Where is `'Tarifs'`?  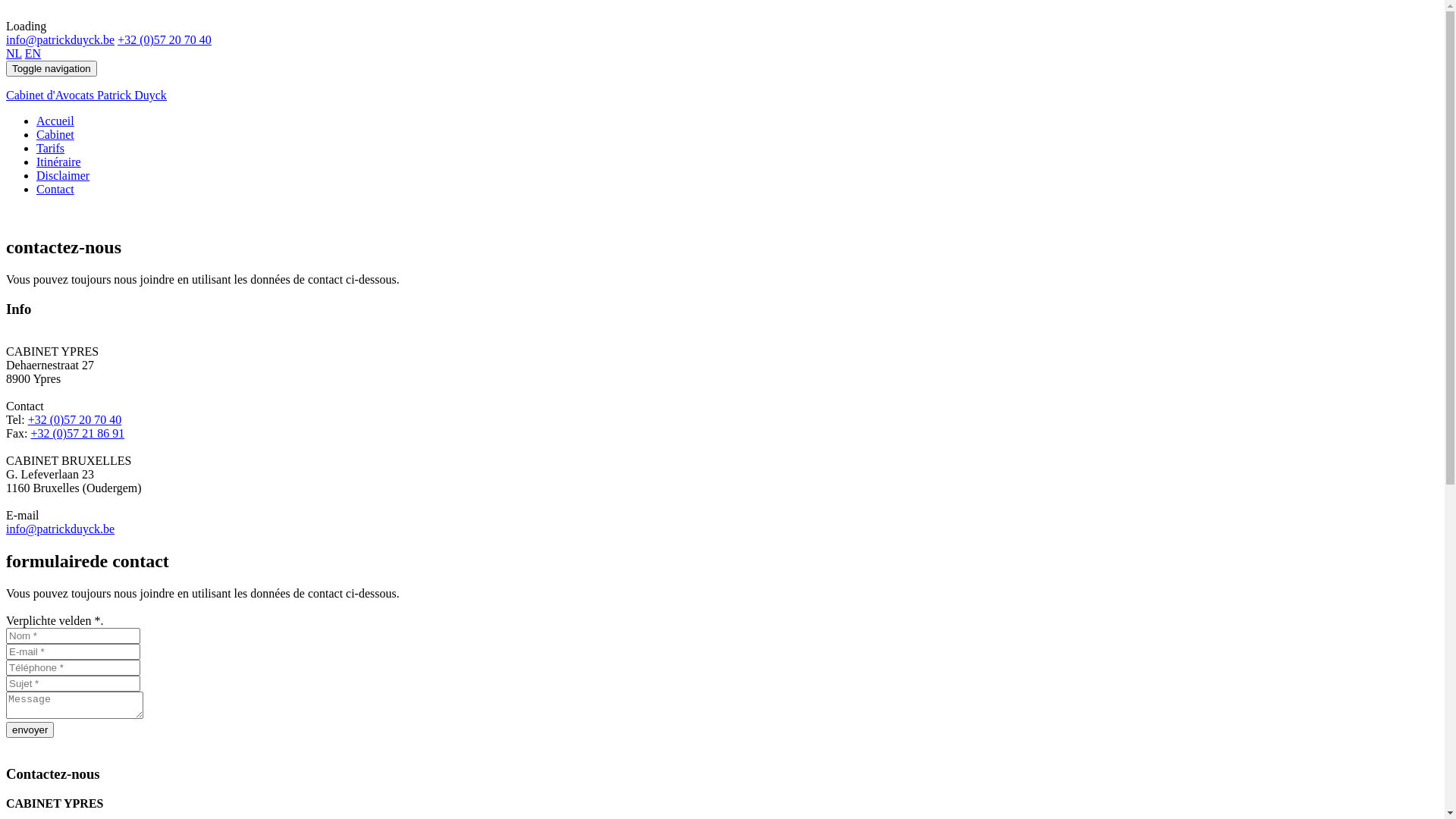
'Tarifs' is located at coordinates (50, 148).